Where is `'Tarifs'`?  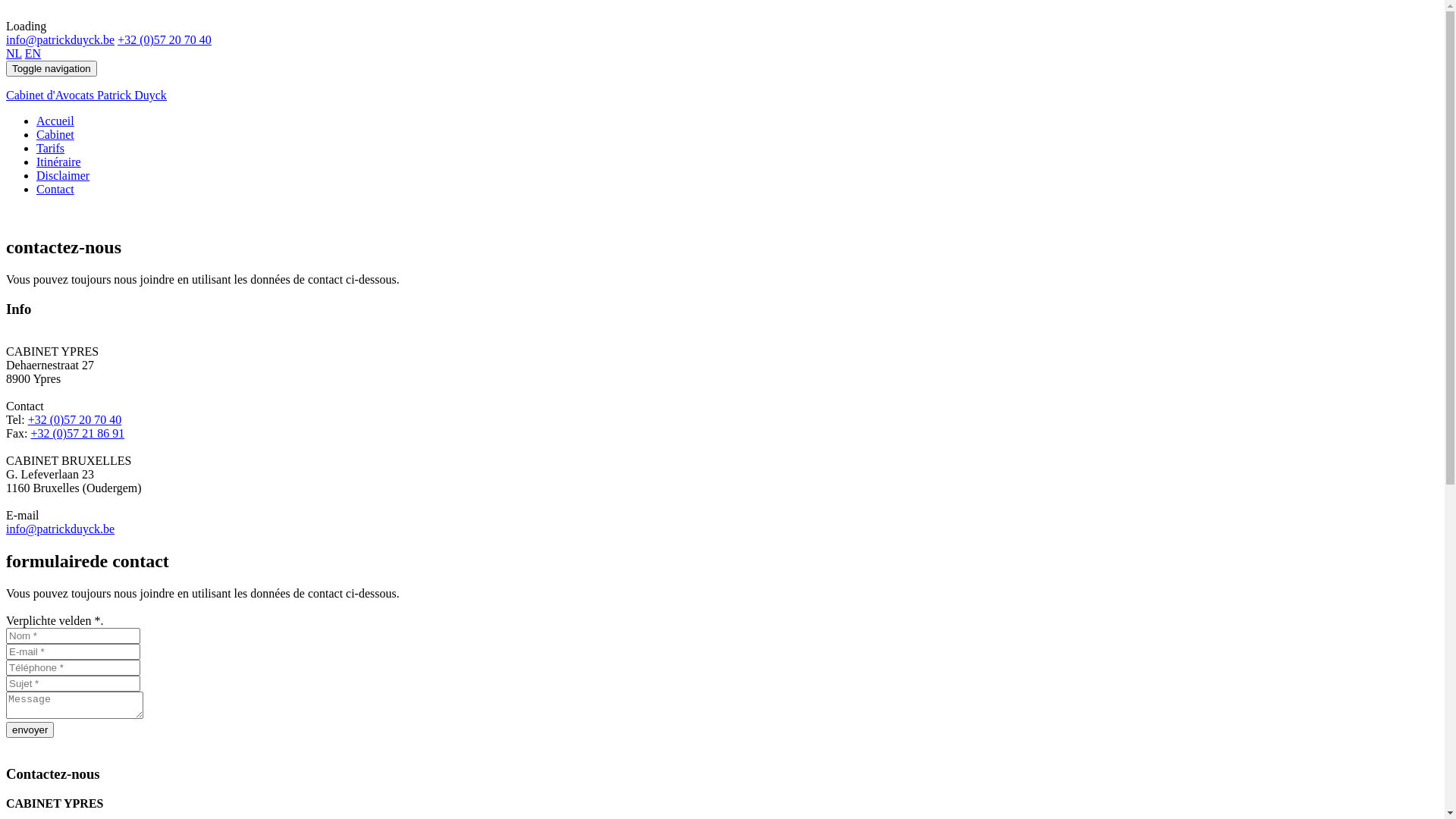
'Tarifs' is located at coordinates (50, 148).